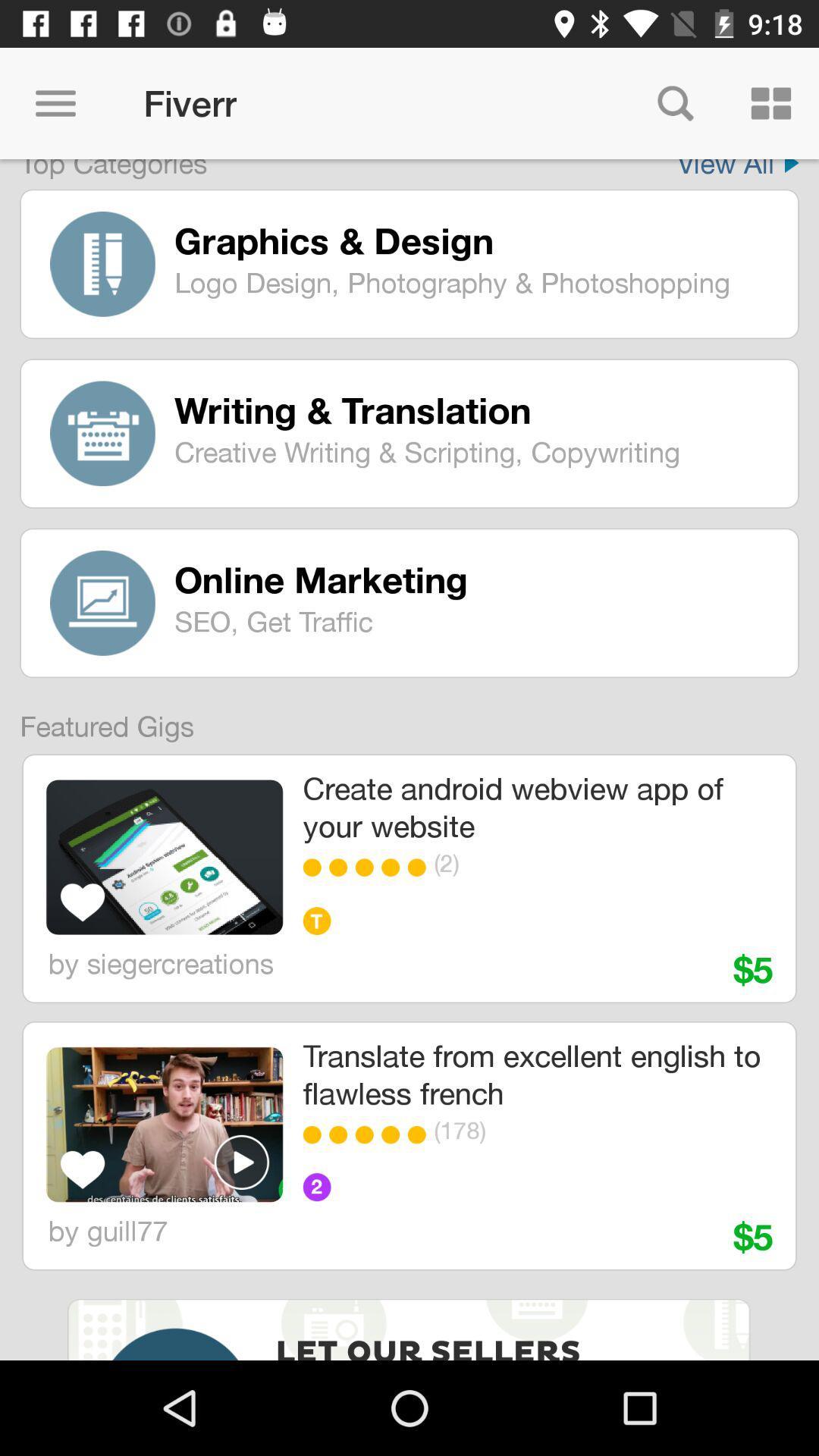 This screenshot has height=1456, width=819. Describe the element at coordinates (536, 1074) in the screenshot. I see `item below $5 icon` at that location.